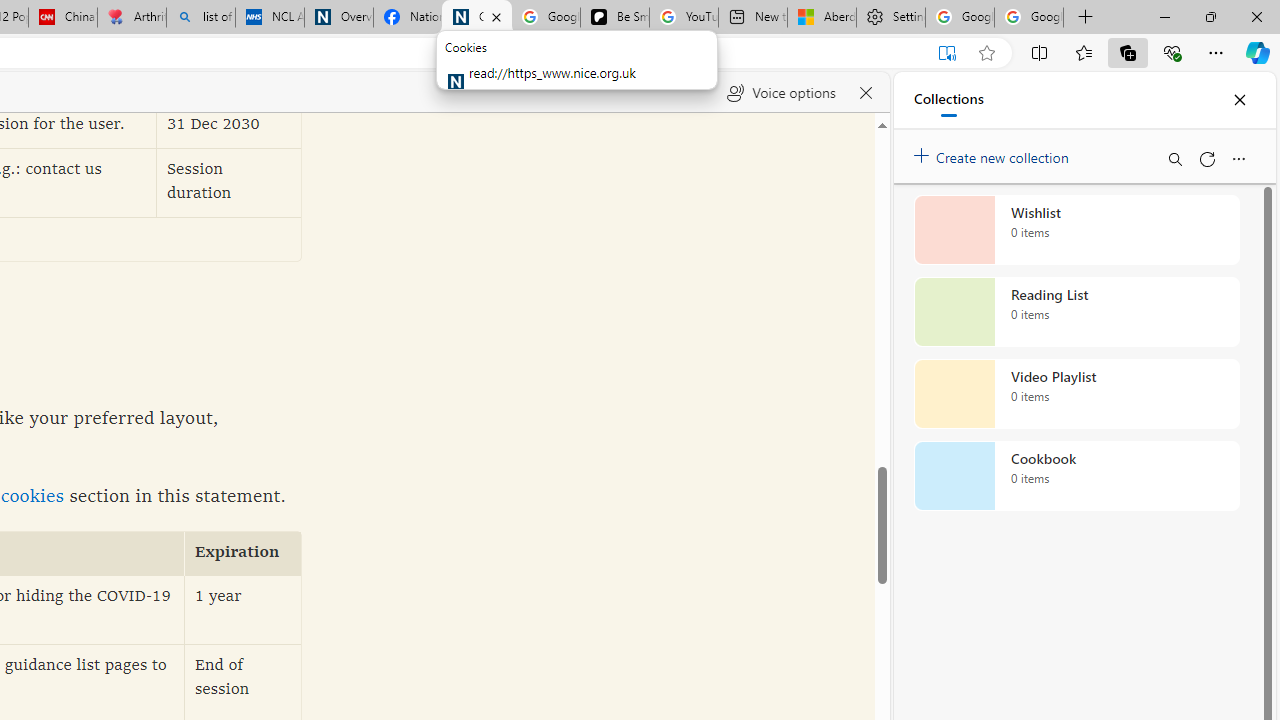 The width and height of the screenshot is (1280, 720). What do you see at coordinates (269, 17) in the screenshot?
I see `'NCL Adult Asthma Inhaler Choice Guideline'` at bounding box center [269, 17].